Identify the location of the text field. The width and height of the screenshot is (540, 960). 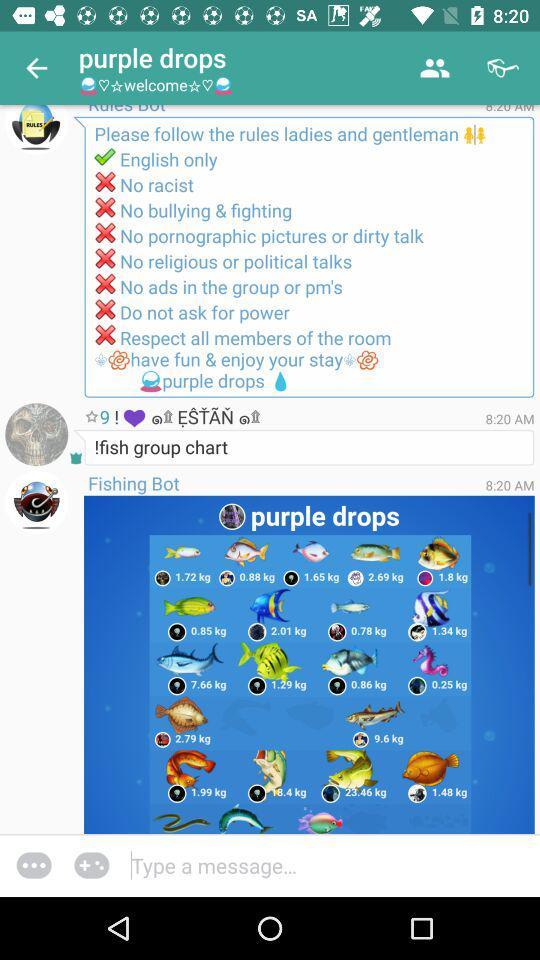
(333, 864).